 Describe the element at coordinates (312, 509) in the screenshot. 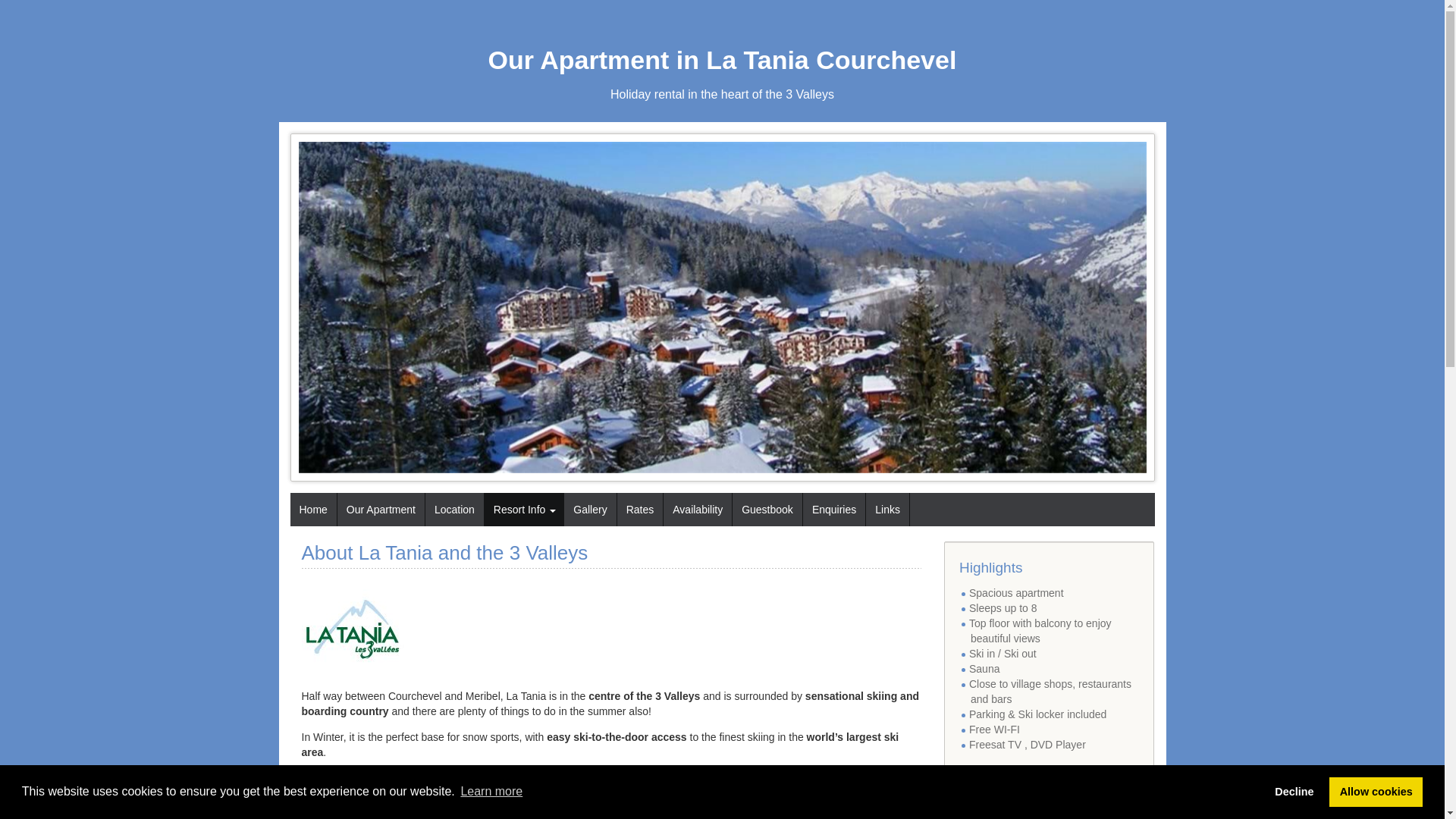

I see `'Home'` at that location.